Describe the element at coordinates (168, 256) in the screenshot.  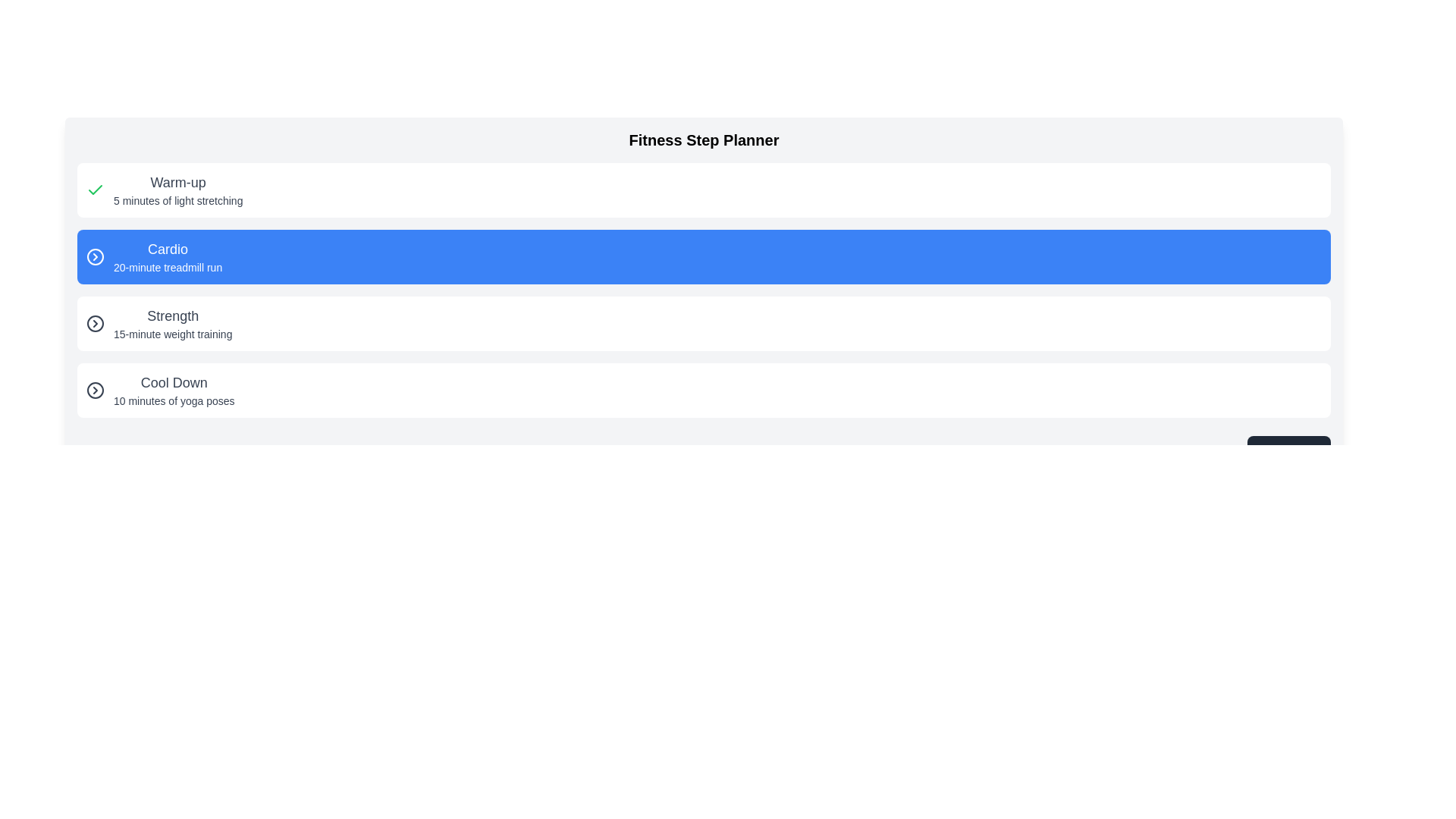
I see `the text component displaying 'Cardio' with a blue rounded background, which is the second item in a vertical list of exercise elements` at that location.